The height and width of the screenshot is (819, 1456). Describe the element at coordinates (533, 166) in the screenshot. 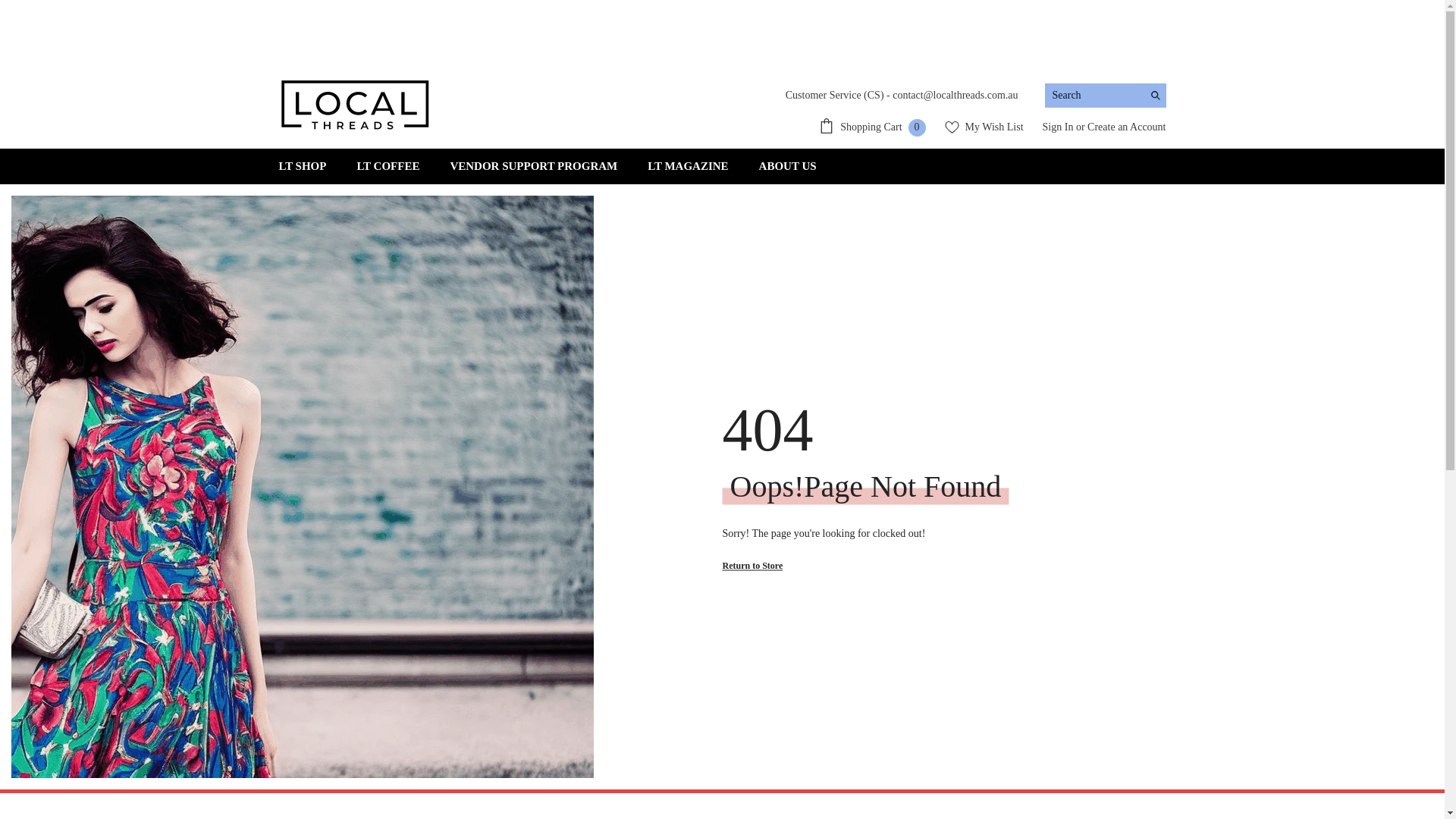

I see `'VENDOR SUPPORT PROGRAM'` at that location.